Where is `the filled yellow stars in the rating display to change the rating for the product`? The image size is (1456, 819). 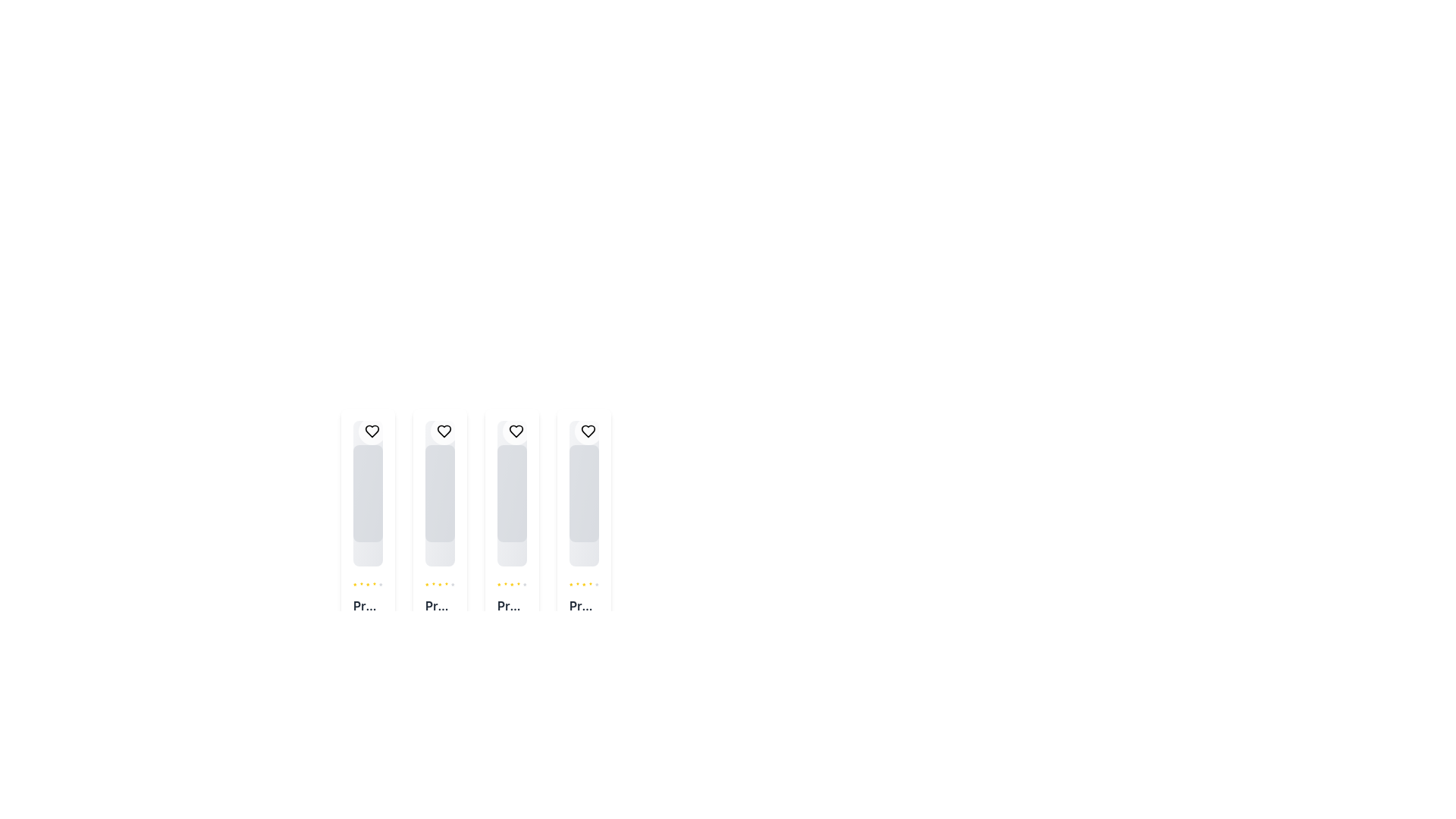
the filled yellow stars in the rating display to change the rating for the product is located at coordinates (439, 584).